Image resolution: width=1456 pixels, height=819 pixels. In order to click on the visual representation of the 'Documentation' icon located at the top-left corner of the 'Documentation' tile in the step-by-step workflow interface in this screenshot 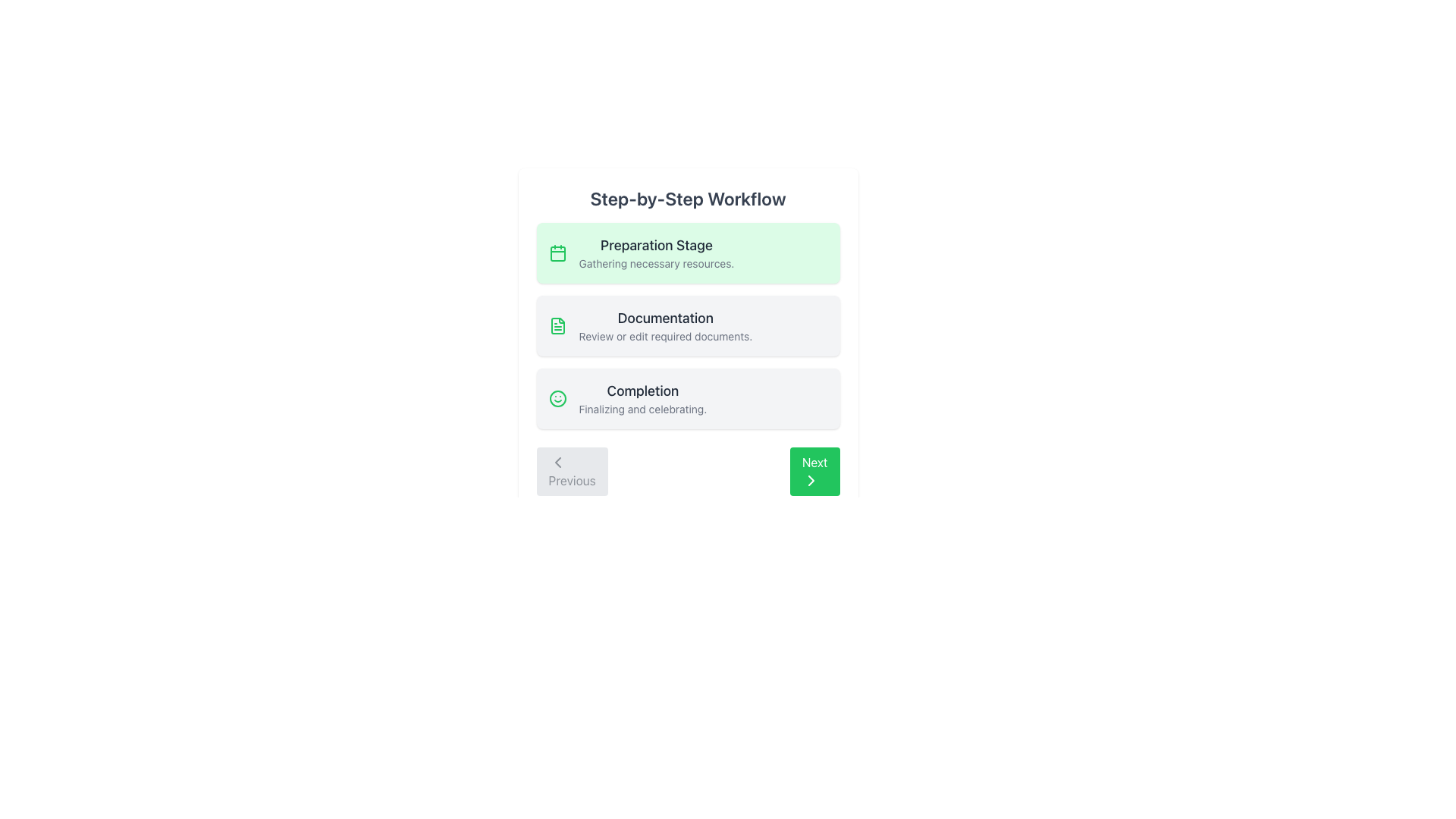, I will do `click(557, 325)`.